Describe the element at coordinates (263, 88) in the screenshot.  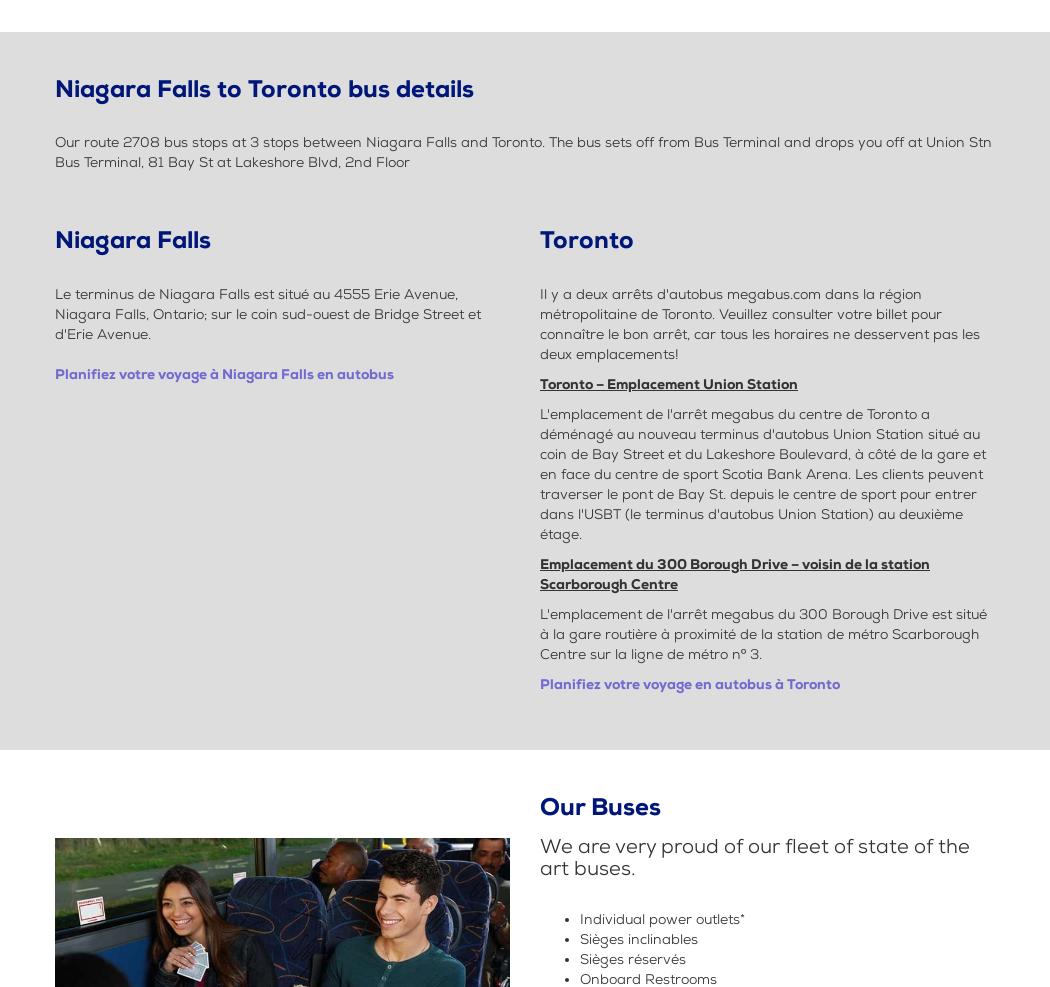
I see `'Niagara Falls to Toronto bus details'` at that location.